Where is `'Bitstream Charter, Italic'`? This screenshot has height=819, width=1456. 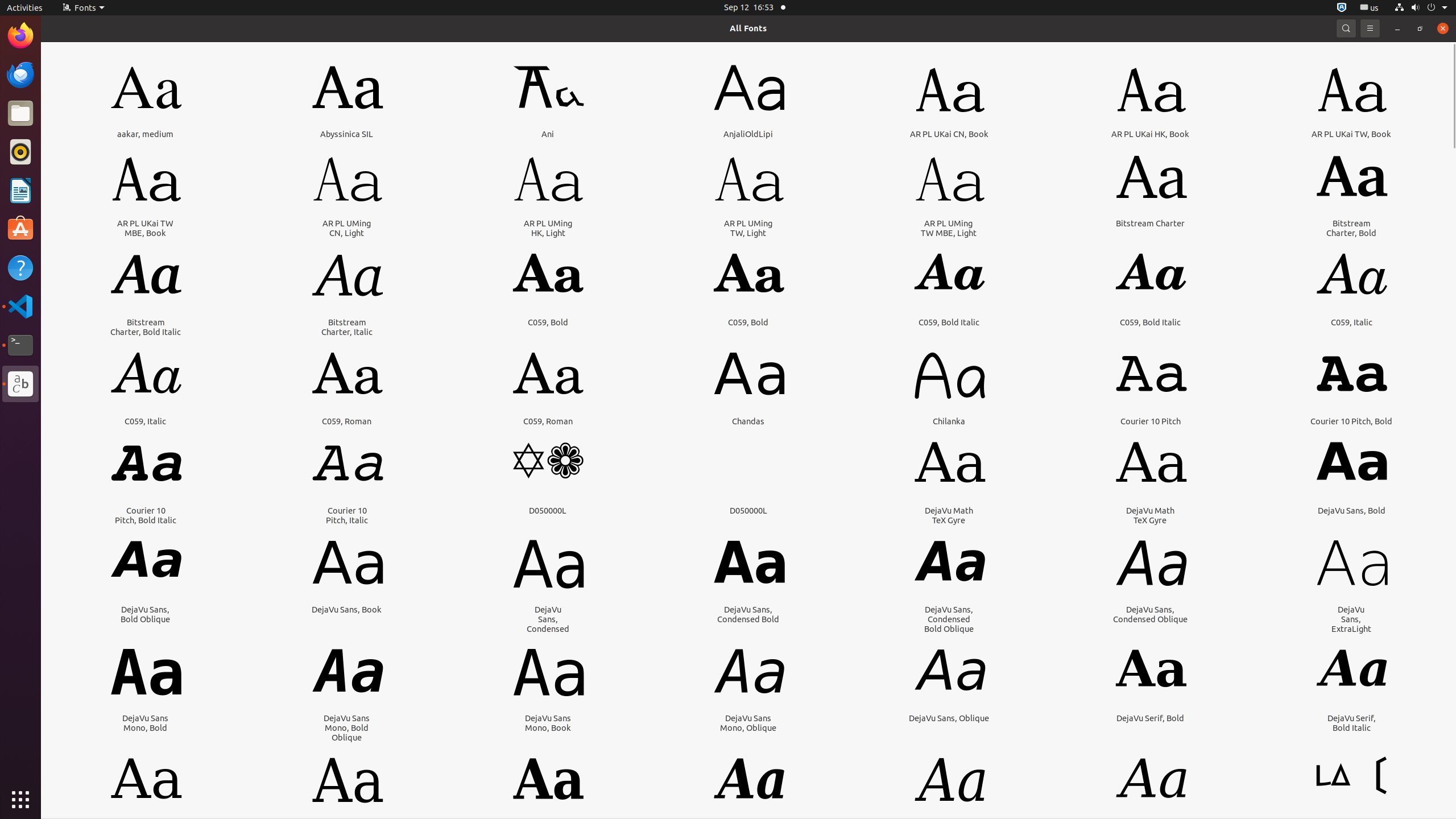
'Bitstream Charter, Italic' is located at coordinates (347, 326).